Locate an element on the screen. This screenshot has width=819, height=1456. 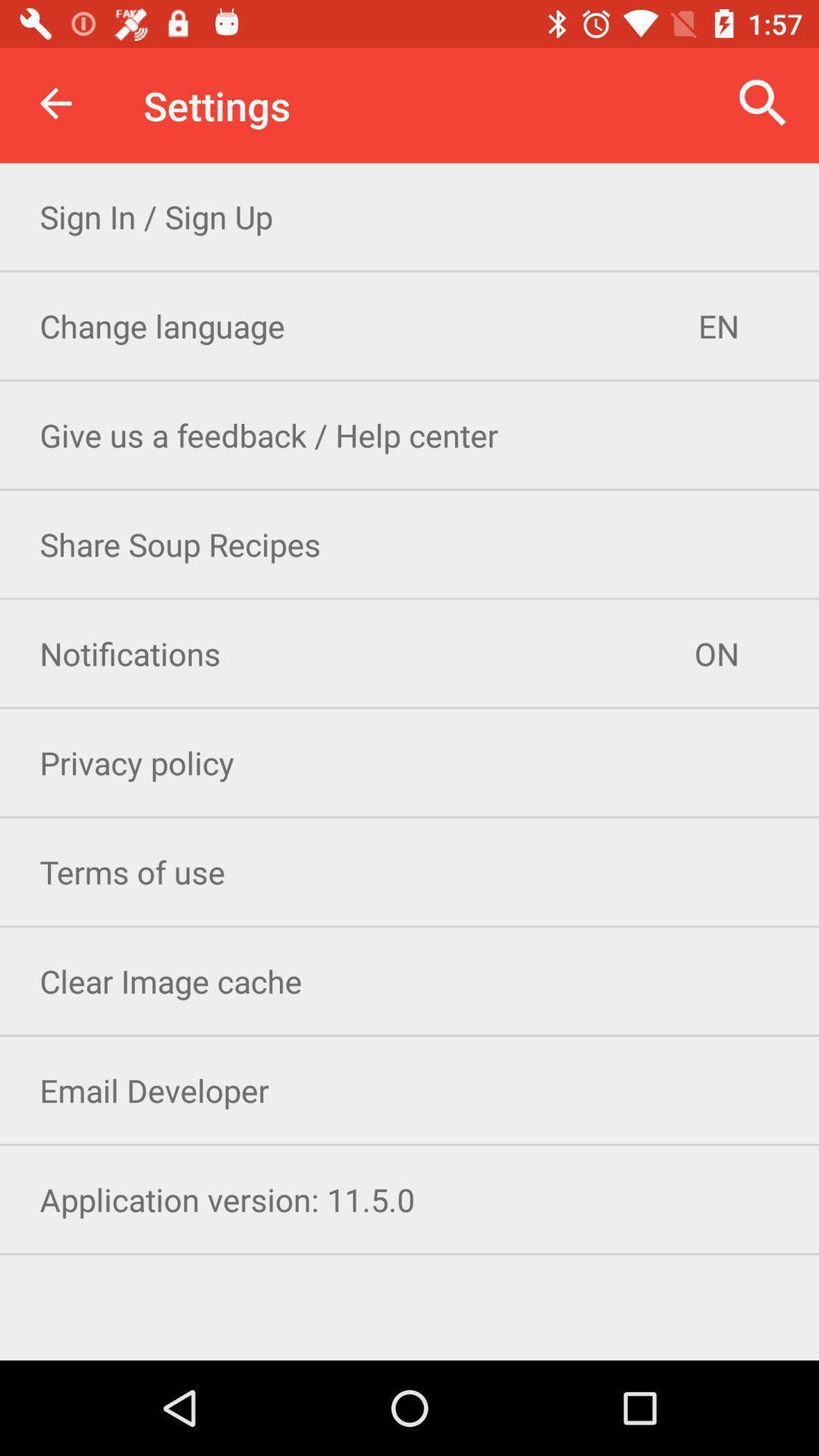
the sign in sign item is located at coordinates (409, 215).